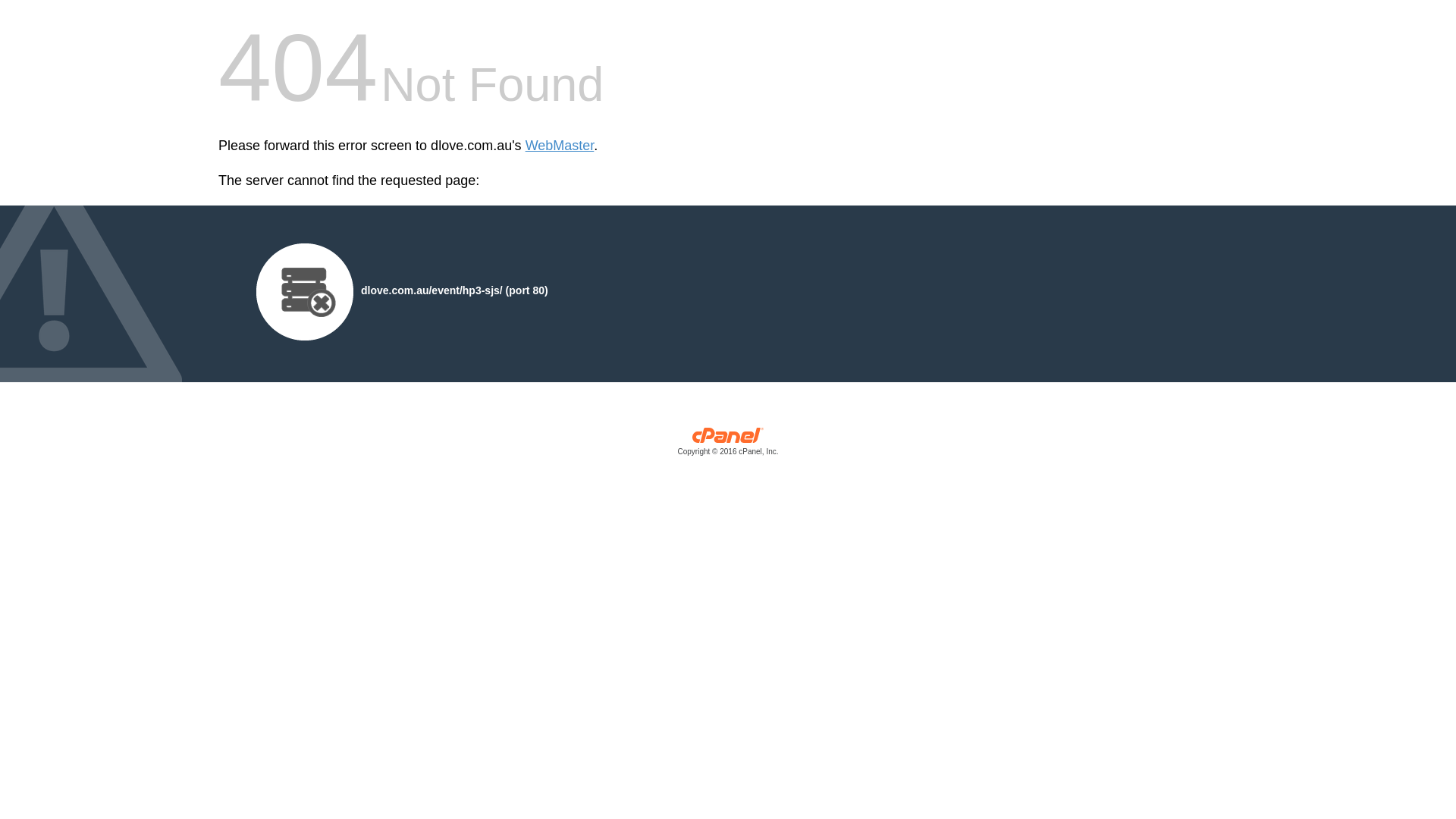  I want to click on 'WebMaster', so click(559, 146).